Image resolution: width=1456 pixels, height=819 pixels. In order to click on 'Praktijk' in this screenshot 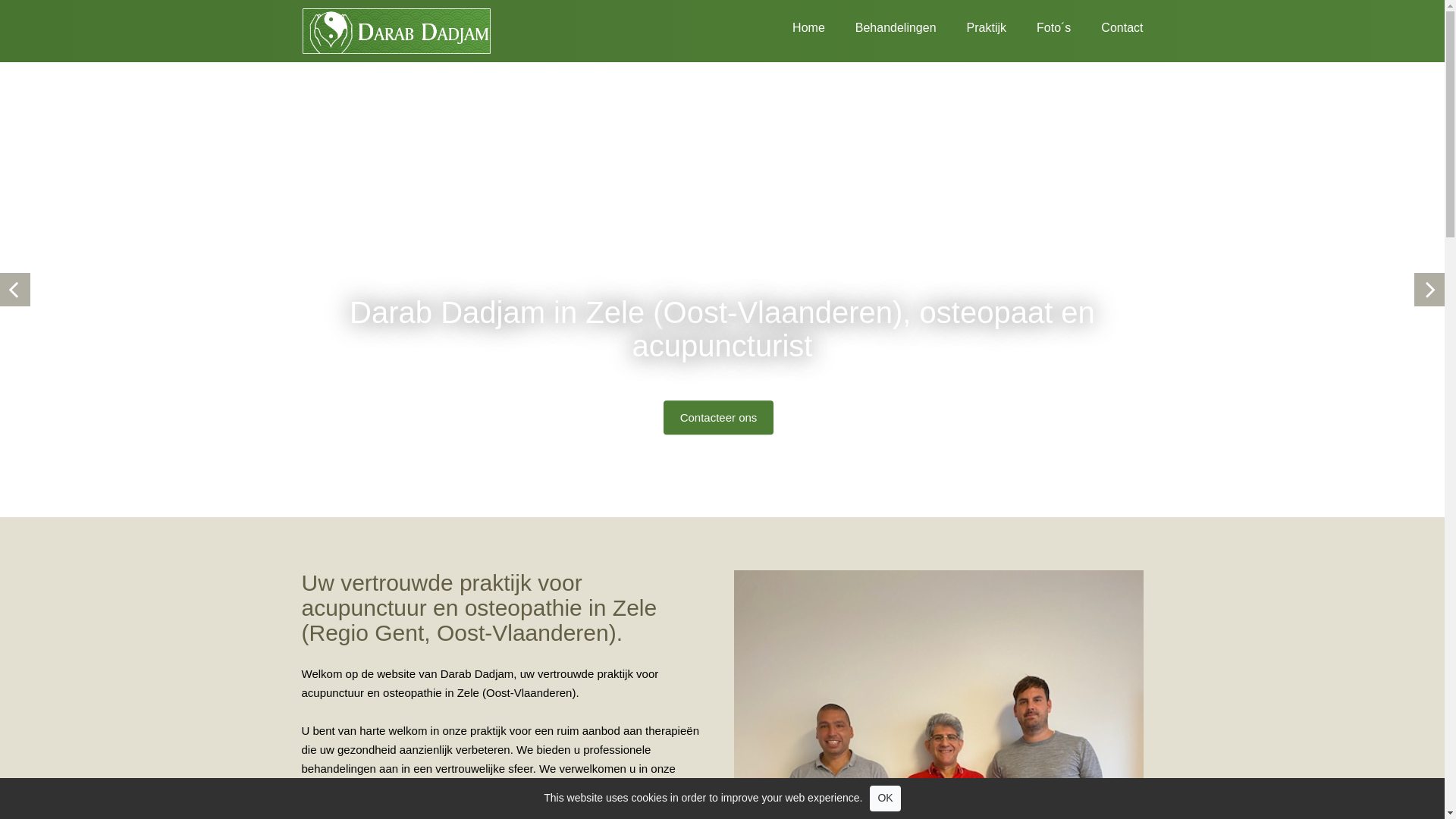, I will do `click(971, 25)`.